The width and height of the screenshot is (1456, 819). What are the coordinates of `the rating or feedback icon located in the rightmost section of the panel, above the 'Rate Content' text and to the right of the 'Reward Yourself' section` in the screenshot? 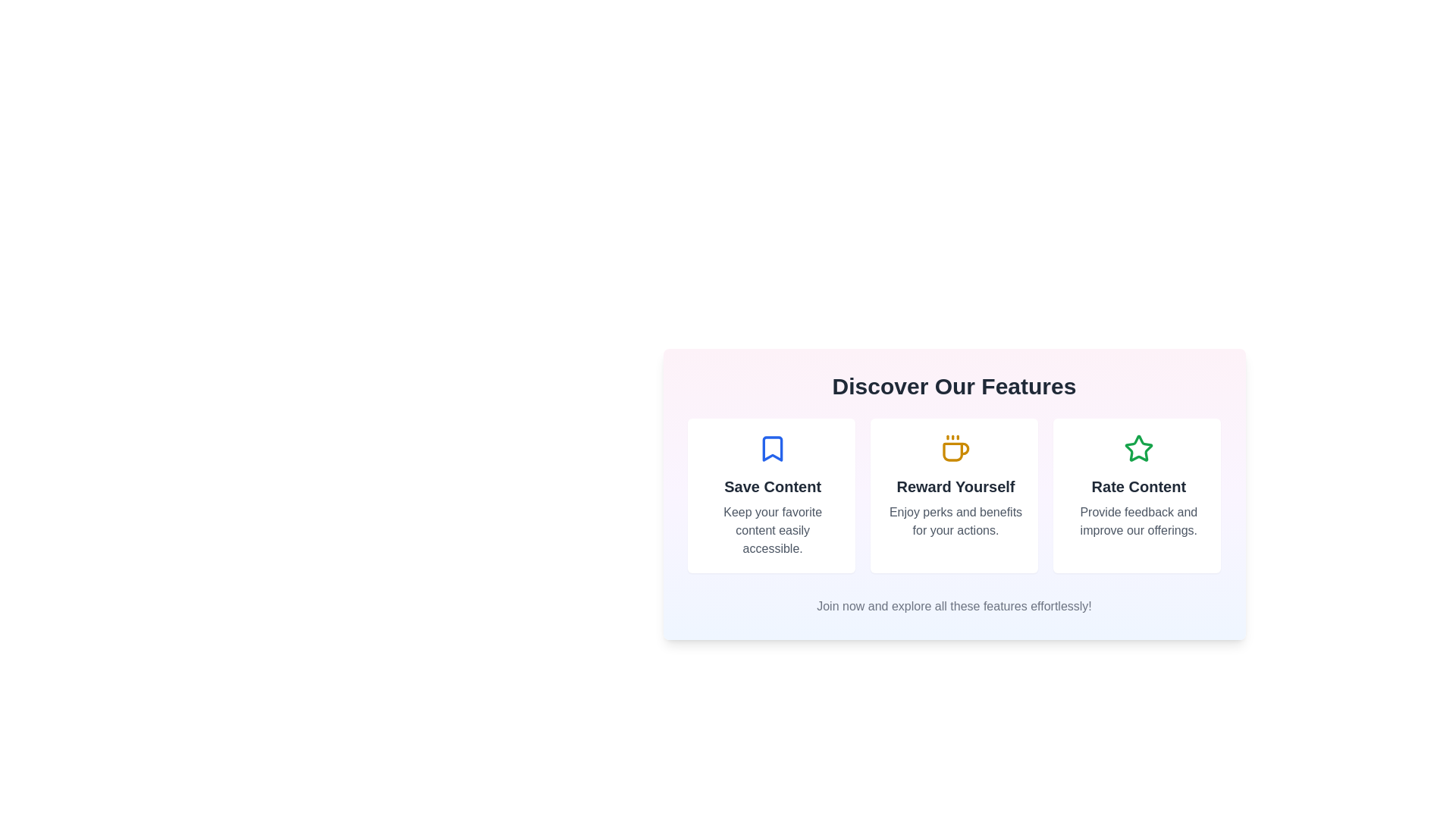 It's located at (1138, 447).